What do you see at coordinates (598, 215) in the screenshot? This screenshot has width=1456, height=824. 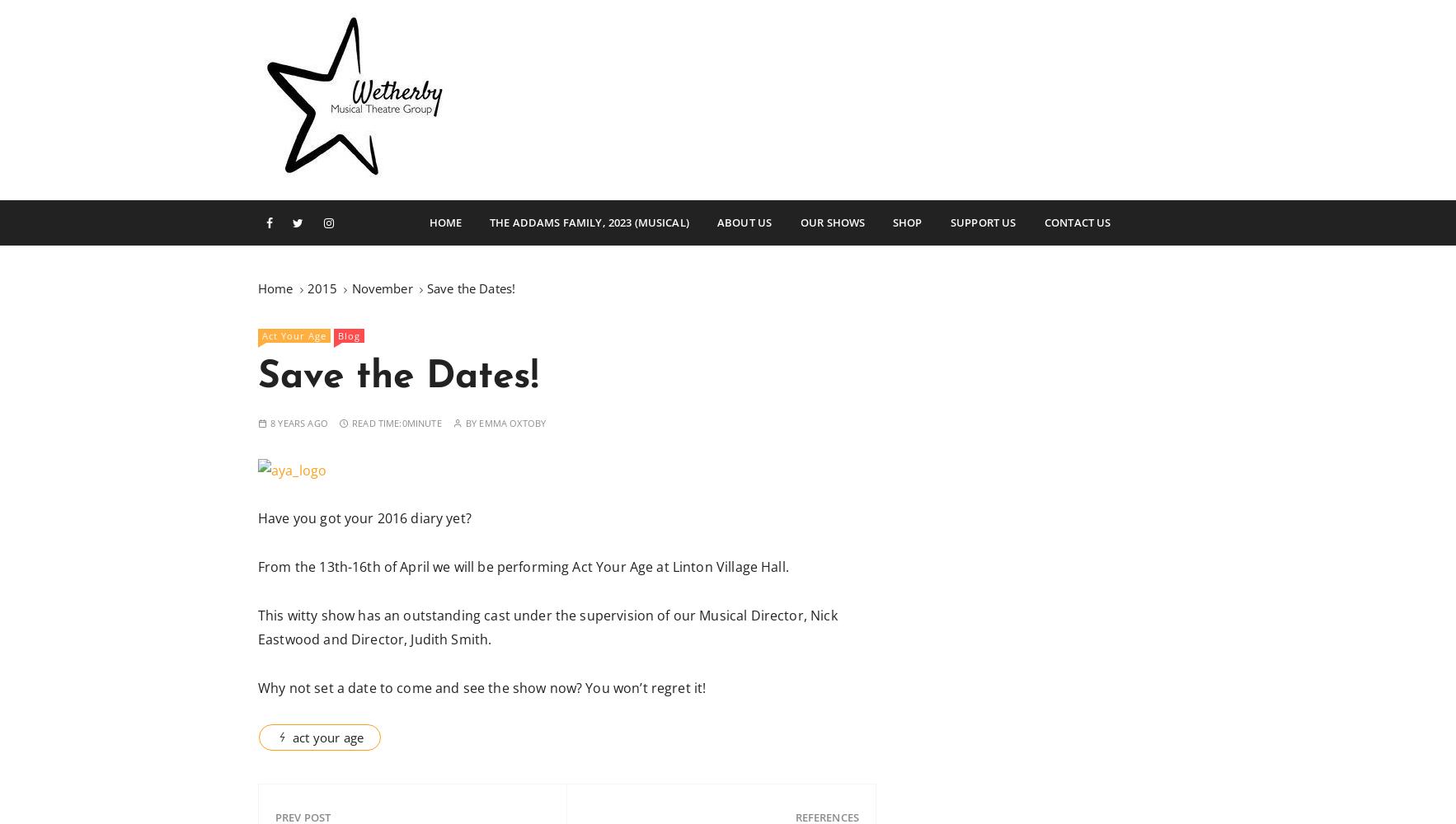 I see `'Wetherby Musical Theatre Group'` at bounding box center [598, 215].